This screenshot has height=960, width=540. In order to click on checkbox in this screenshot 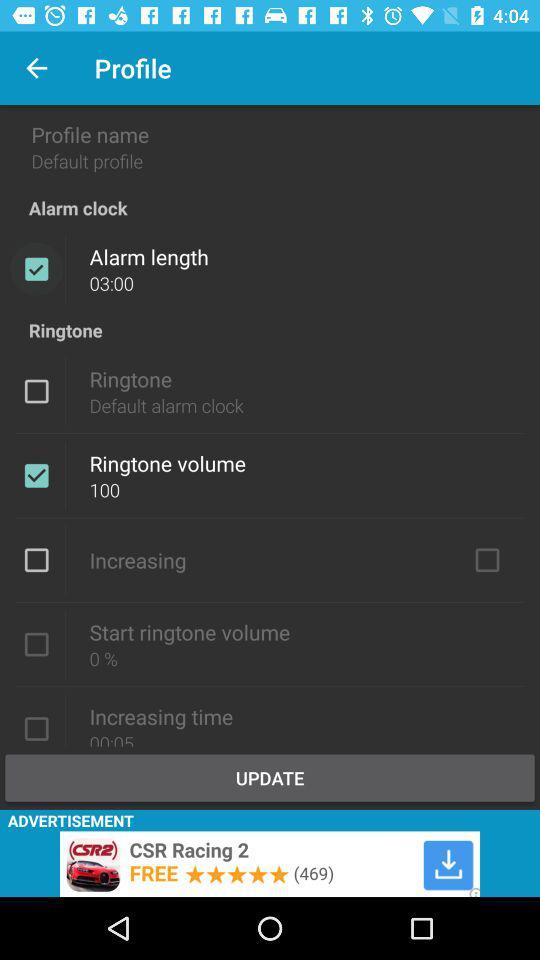, I will do `click(36, 643)`.